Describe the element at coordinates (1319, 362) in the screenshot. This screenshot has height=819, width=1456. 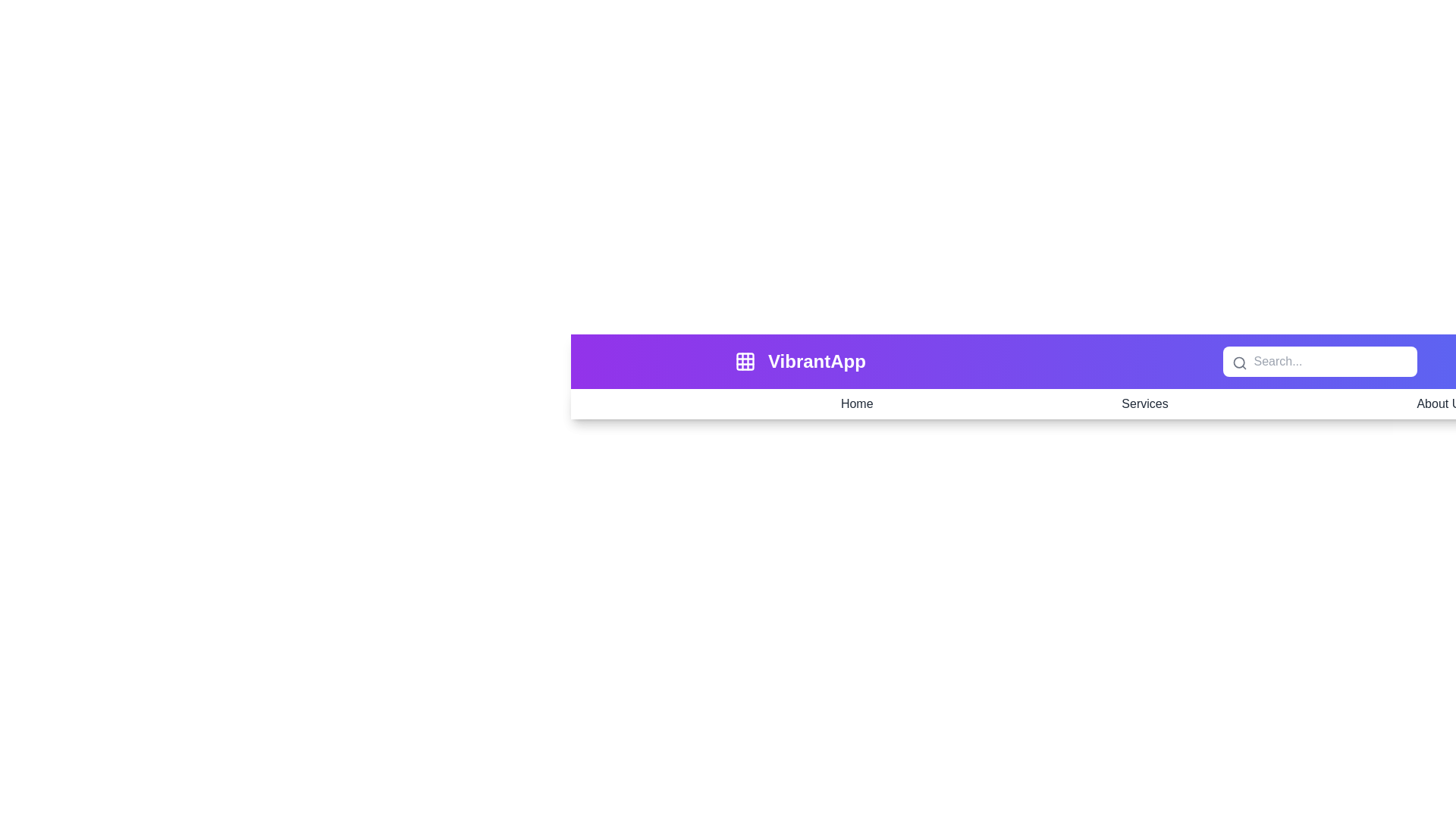
I see `the search input field to focus it` at that location.